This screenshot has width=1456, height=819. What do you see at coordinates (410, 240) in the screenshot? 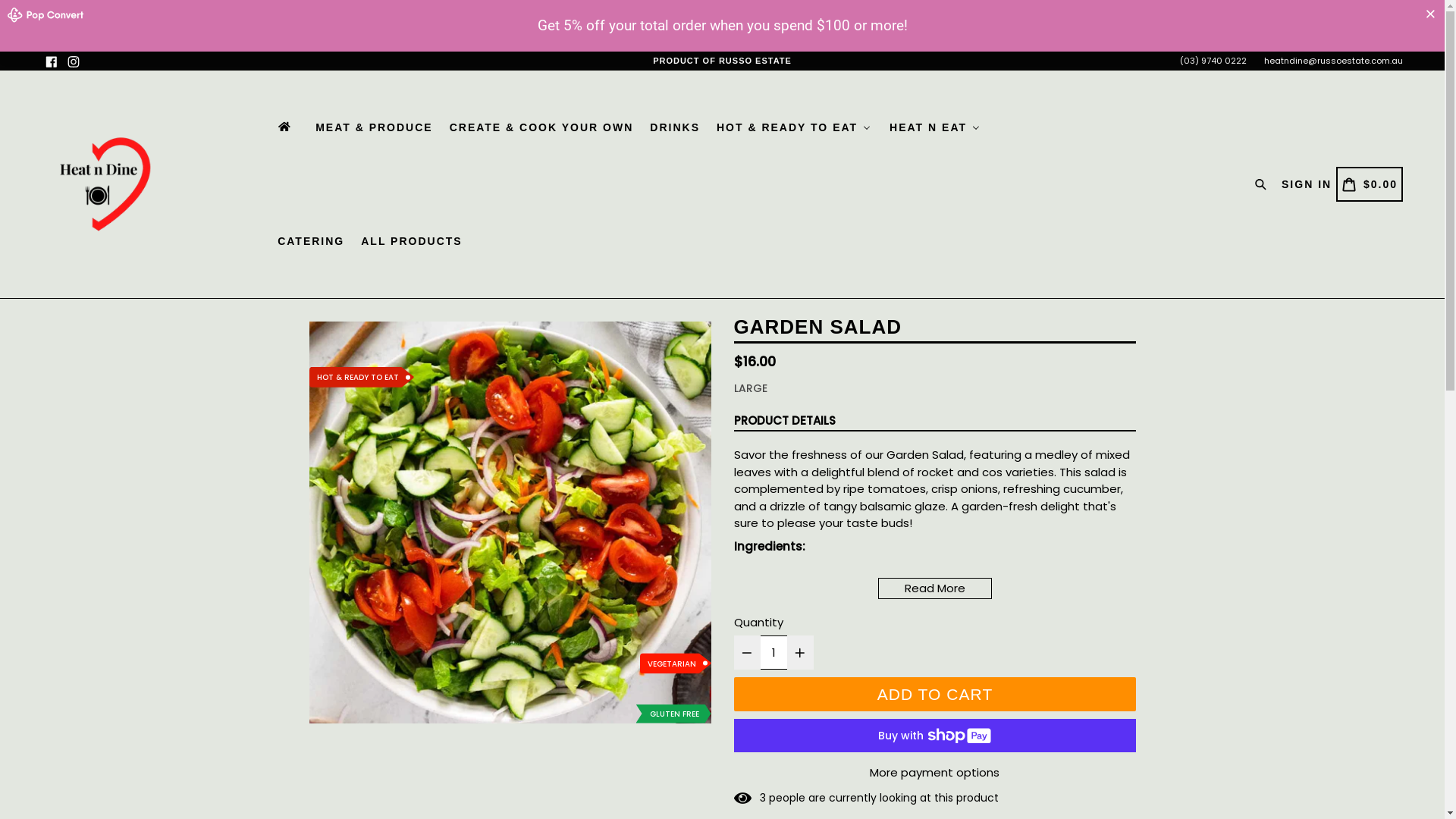
I see `'ALL PRODUCTS'` at bounding box center [410, 240].